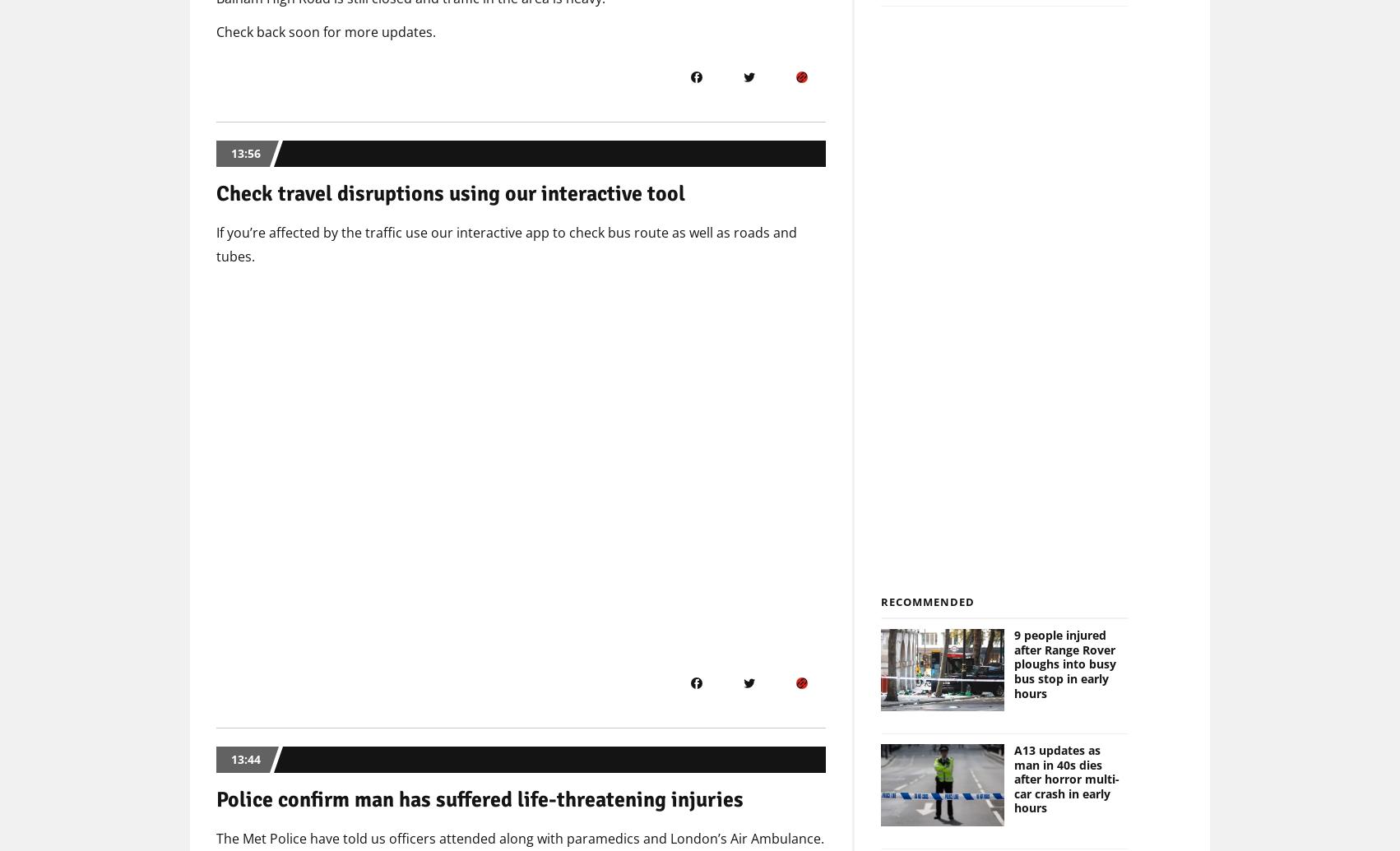 Image resolution: width=1400 pixels, height=851 pixels. I want to click on 'If you’re affected by the traffic use our interactive app to check bus route as well as roads and tubes.', so click(506, 244).